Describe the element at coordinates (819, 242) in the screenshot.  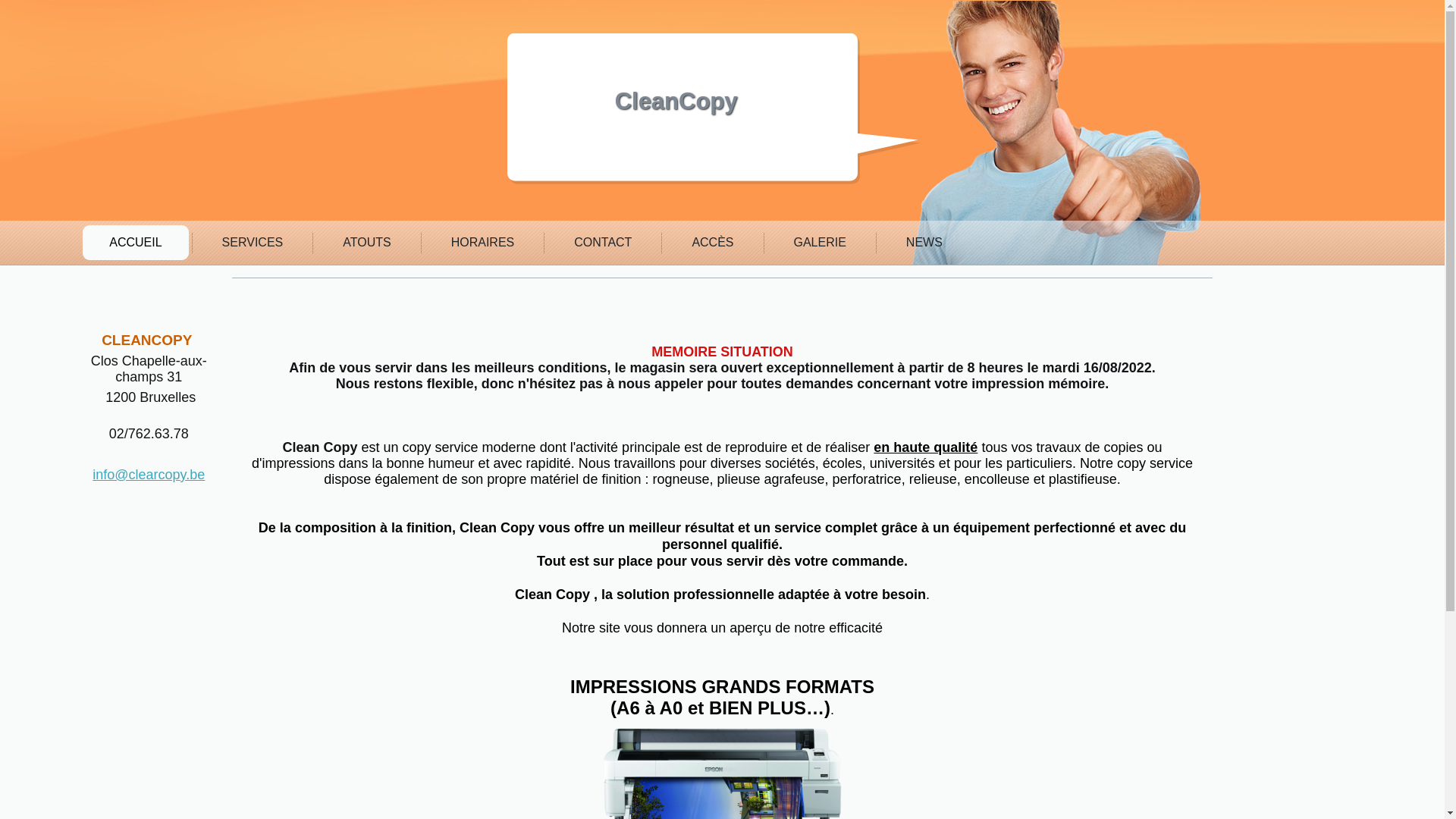
I see `'GALERIE'` at that location.